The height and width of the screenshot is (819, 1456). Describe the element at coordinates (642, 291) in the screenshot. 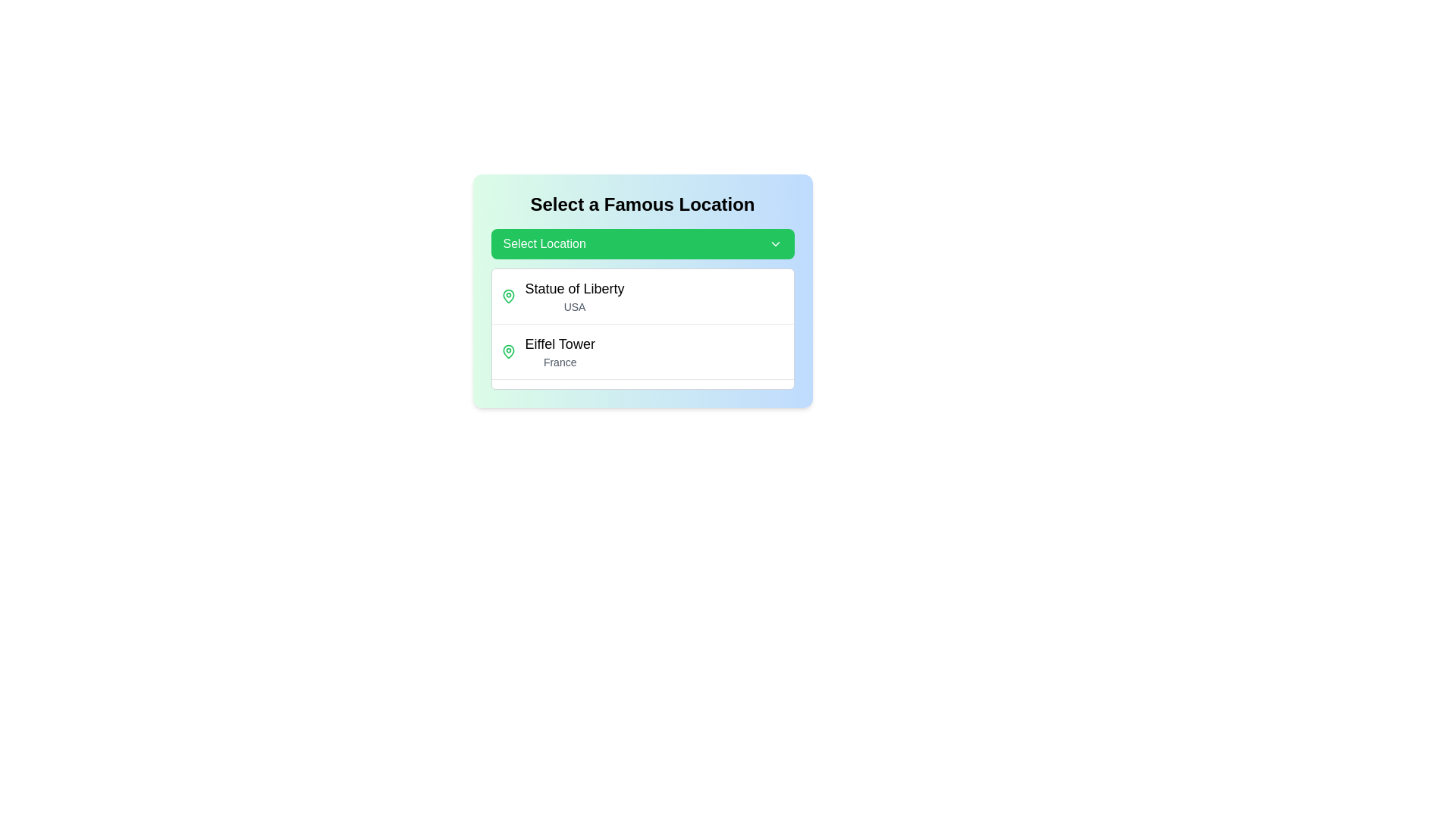

I see `the 'Statue of Liberty' item in the dropdown menu located under the 'Select Location' button` at that location.